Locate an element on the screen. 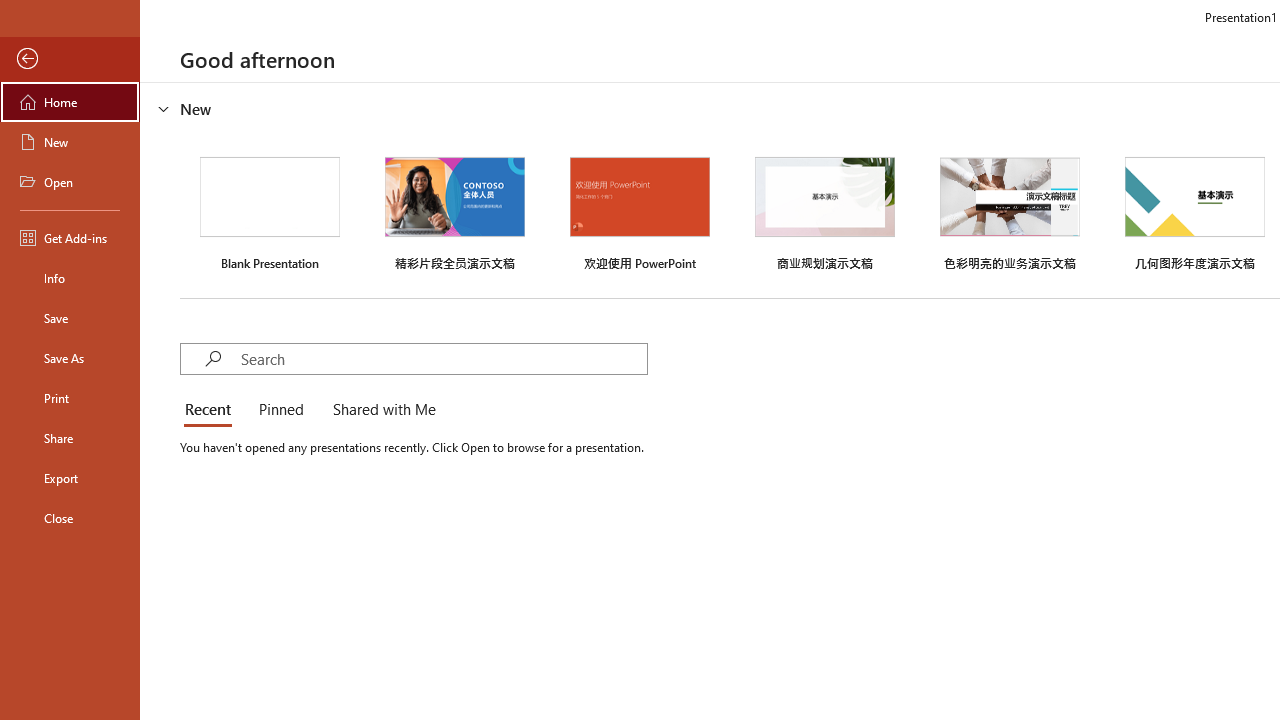 Image resolution: width=1280 pixels, height=720 pixels. 'Blank Presentation' is located at coordinates (269, 211).